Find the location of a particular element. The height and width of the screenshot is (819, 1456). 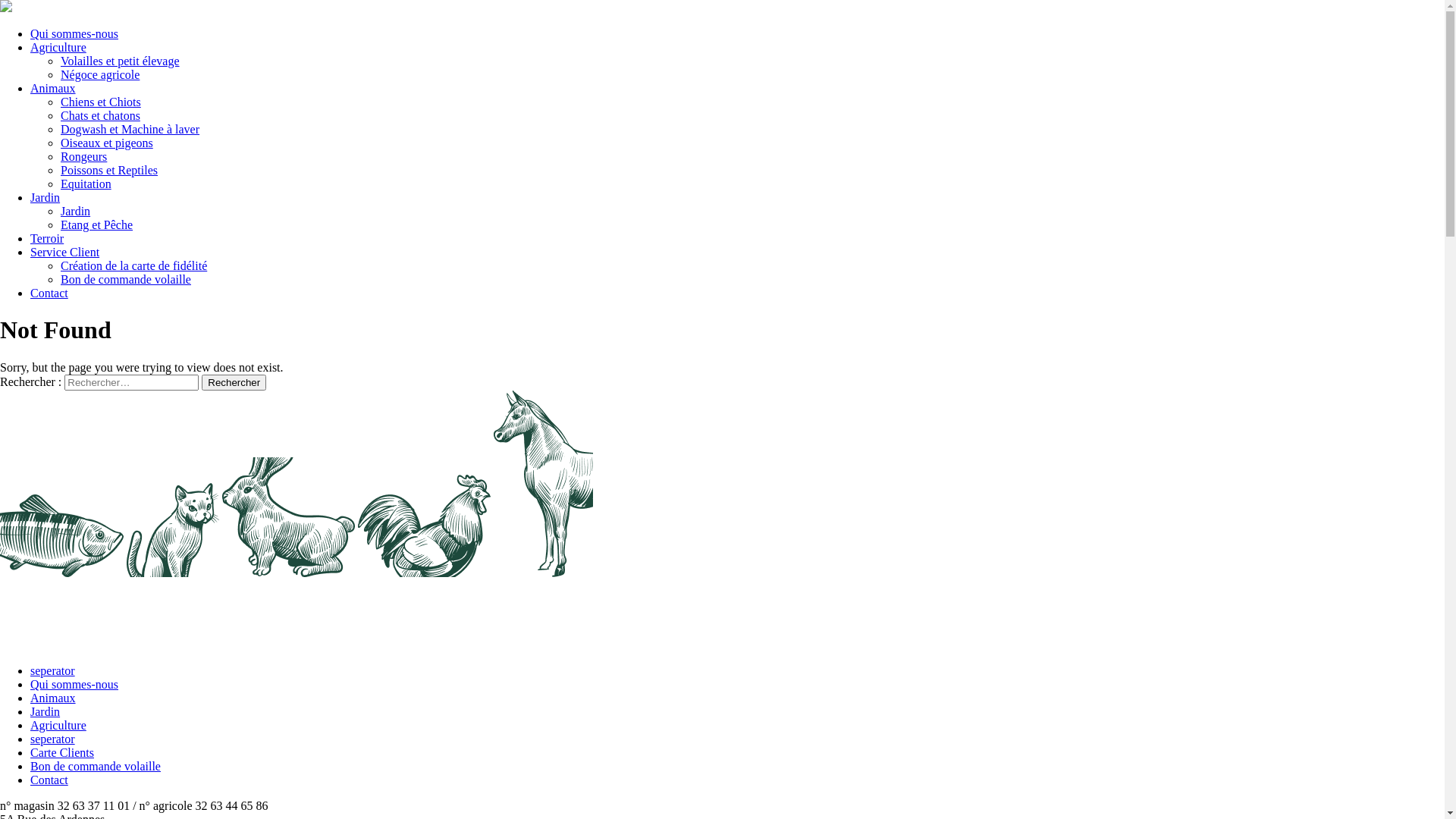

'Chats et chatons' is located at coordinates (61, 115).